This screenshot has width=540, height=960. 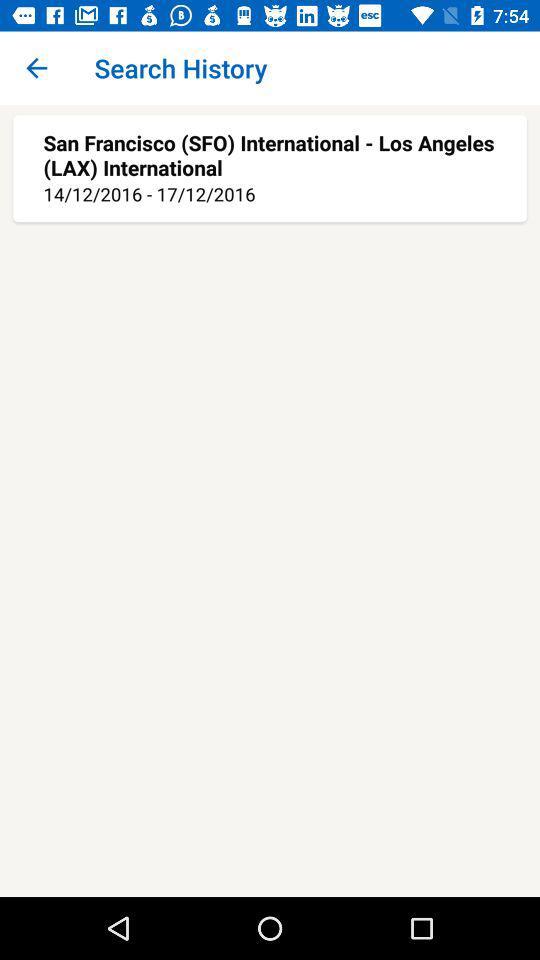 What do you see at coordinates (270, 194) in the screenshot?
I see `the 14 12 2016 item` at bounding box center [270, 194].